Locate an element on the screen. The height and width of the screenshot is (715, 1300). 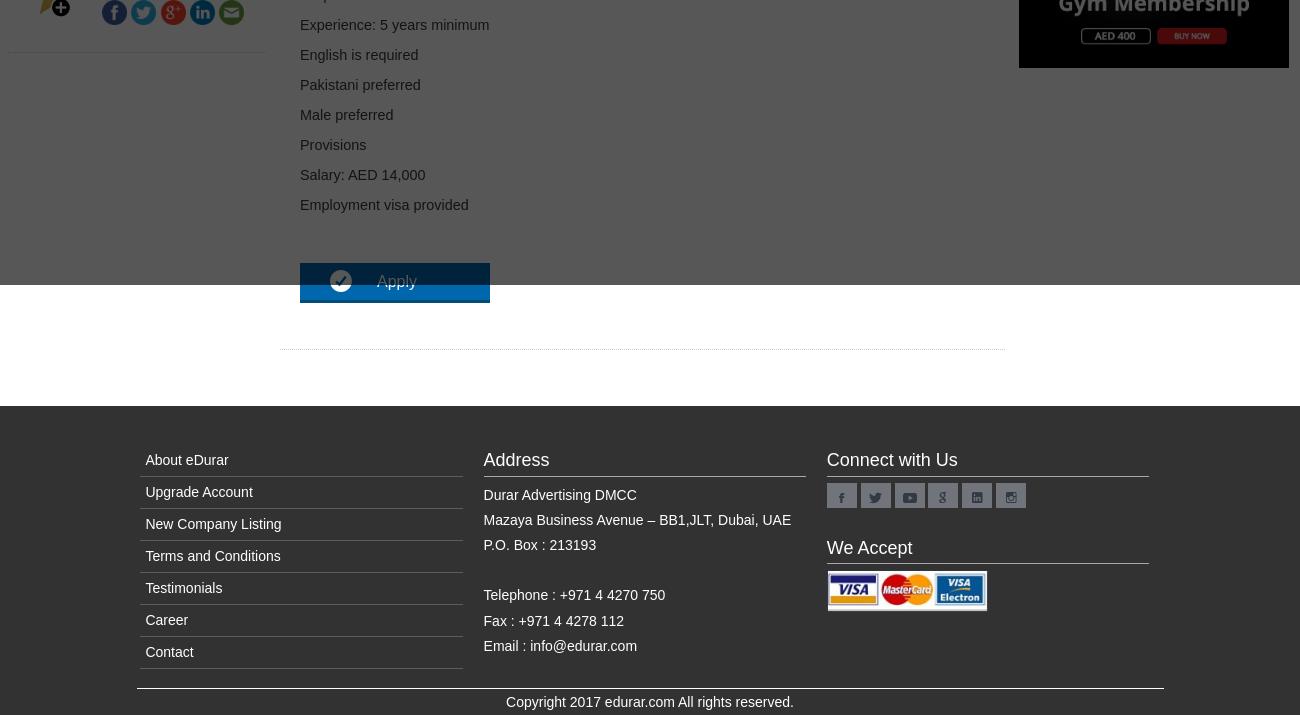
'Contact' is located at coordinates (143, 651).